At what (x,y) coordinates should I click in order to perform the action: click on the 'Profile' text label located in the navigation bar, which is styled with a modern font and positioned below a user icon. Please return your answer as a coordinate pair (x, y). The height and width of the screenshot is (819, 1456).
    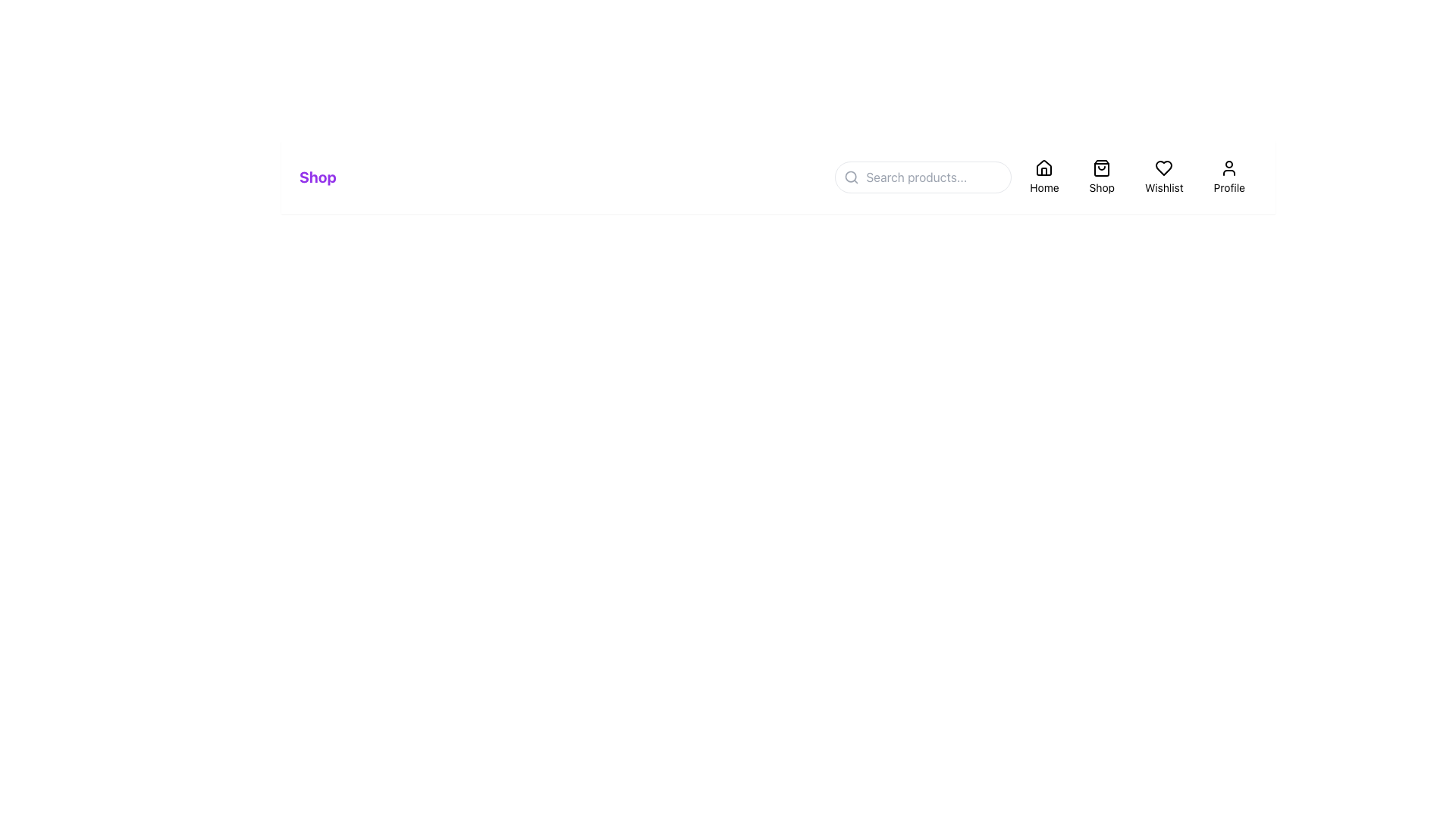
    Looking at the image, I should click on (1229, 187).